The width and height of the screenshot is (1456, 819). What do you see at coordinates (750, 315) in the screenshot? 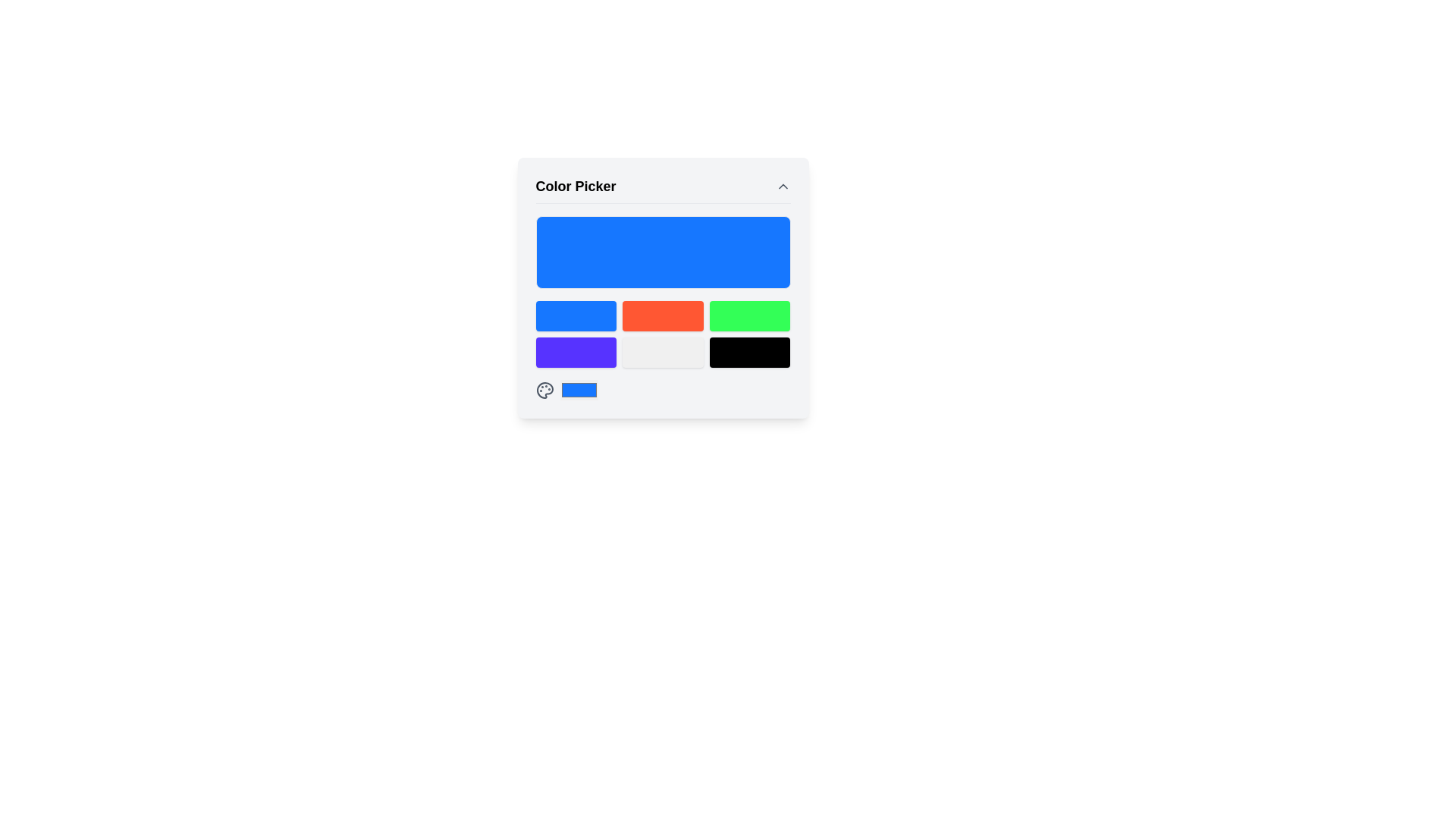
I see `the vibrant green button, which is the third button in the first row of a 3x2 grid layout` at bounding box center [750, 315].